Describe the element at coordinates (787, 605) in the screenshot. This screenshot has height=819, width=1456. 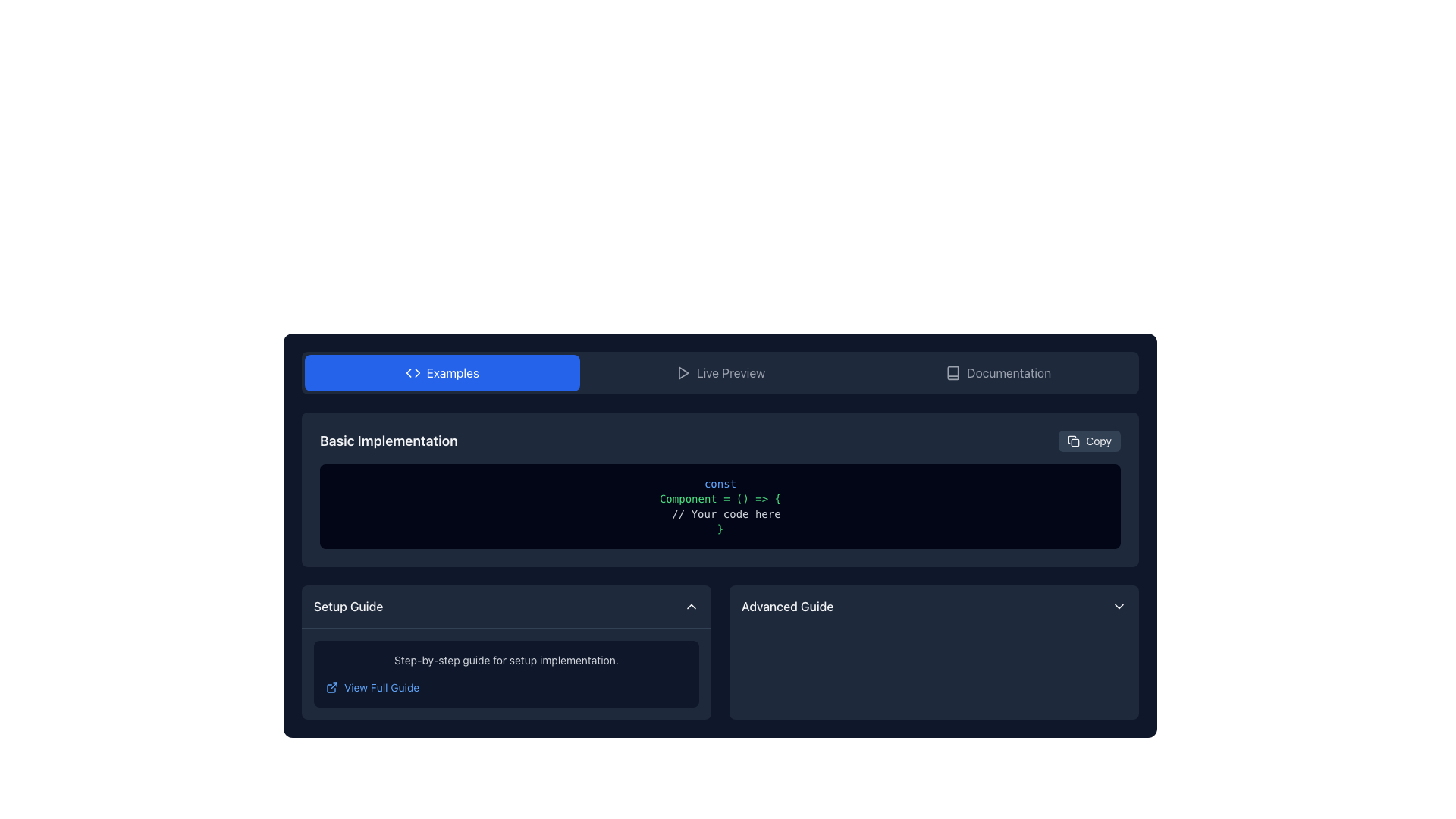
I see `the 'Advanced Guide' label, which is displayed in medium font style on a dark navy background, located to the right of the 'Setup Guide' section and towards the bottom of the main interface` at that location.